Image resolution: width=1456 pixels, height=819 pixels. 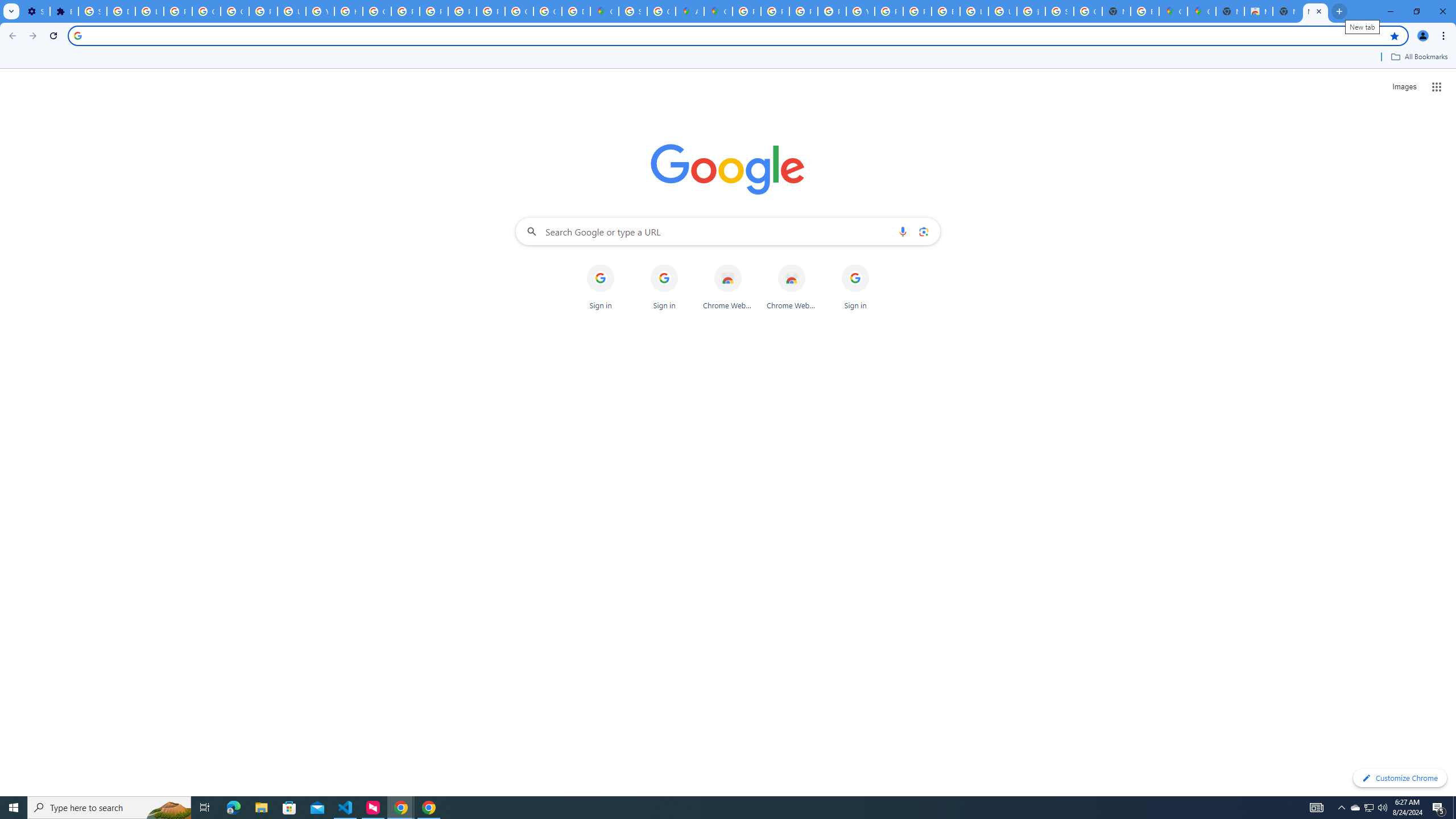 What do you see at coordinates (718, 11) in the screenshot?
I see `'Google Maps'` at bounding box center [718, 11].